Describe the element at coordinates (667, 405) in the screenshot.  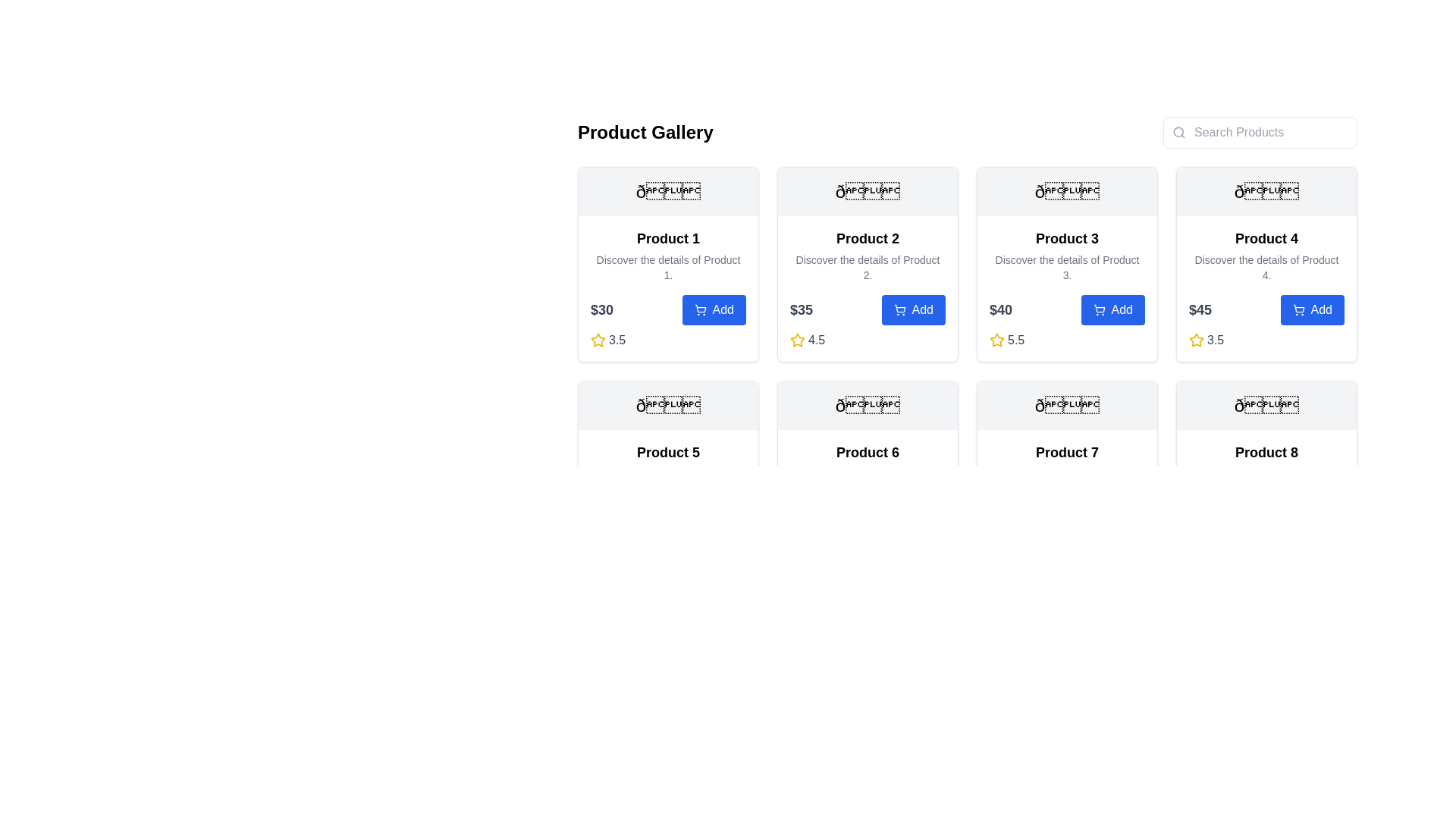
I see `the decorative graphical component located at the top of the 'Product 5' card, which is centered horizontally above the product name` at that location.